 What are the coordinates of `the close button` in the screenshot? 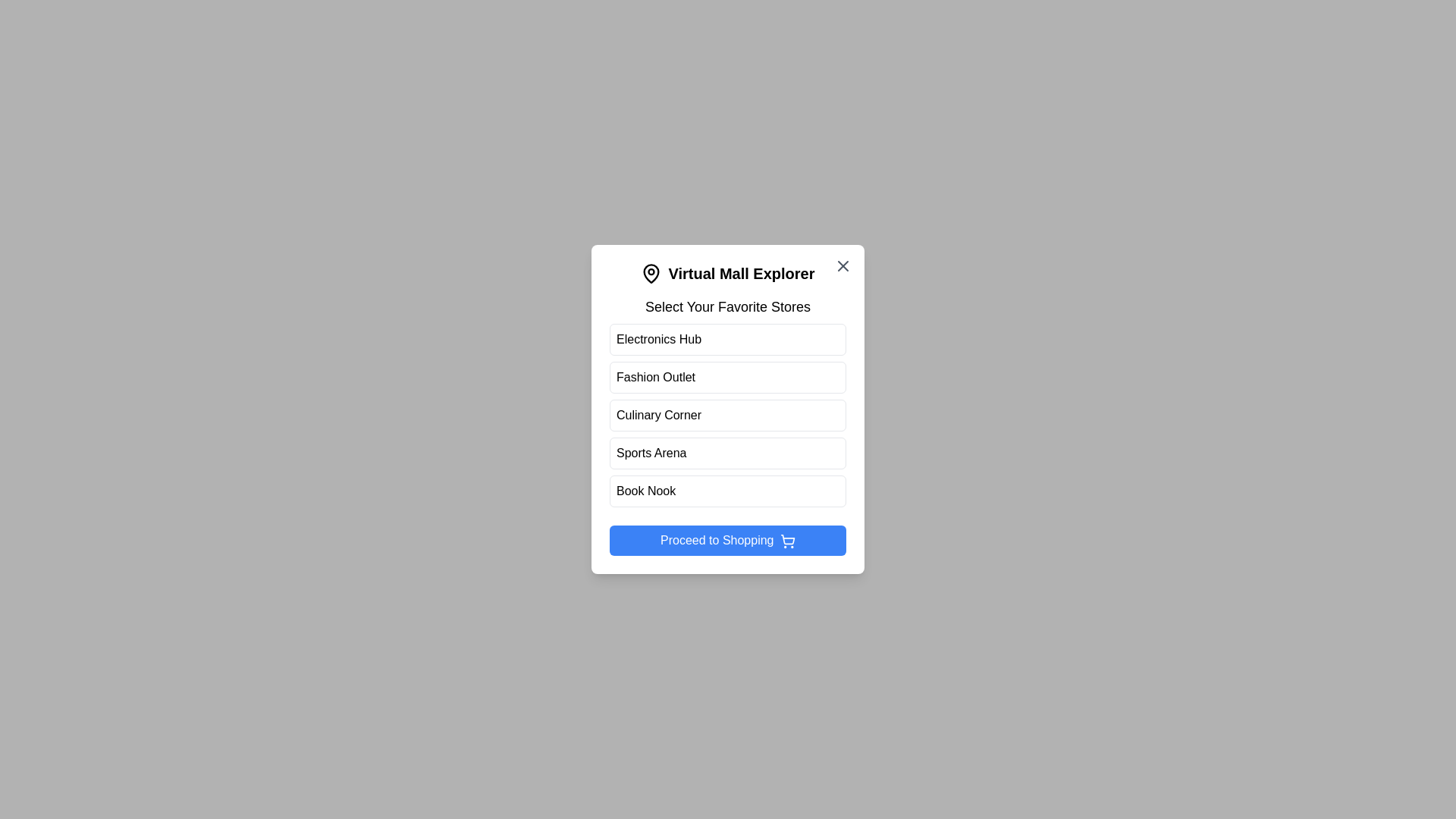 It's located at (843, 265).